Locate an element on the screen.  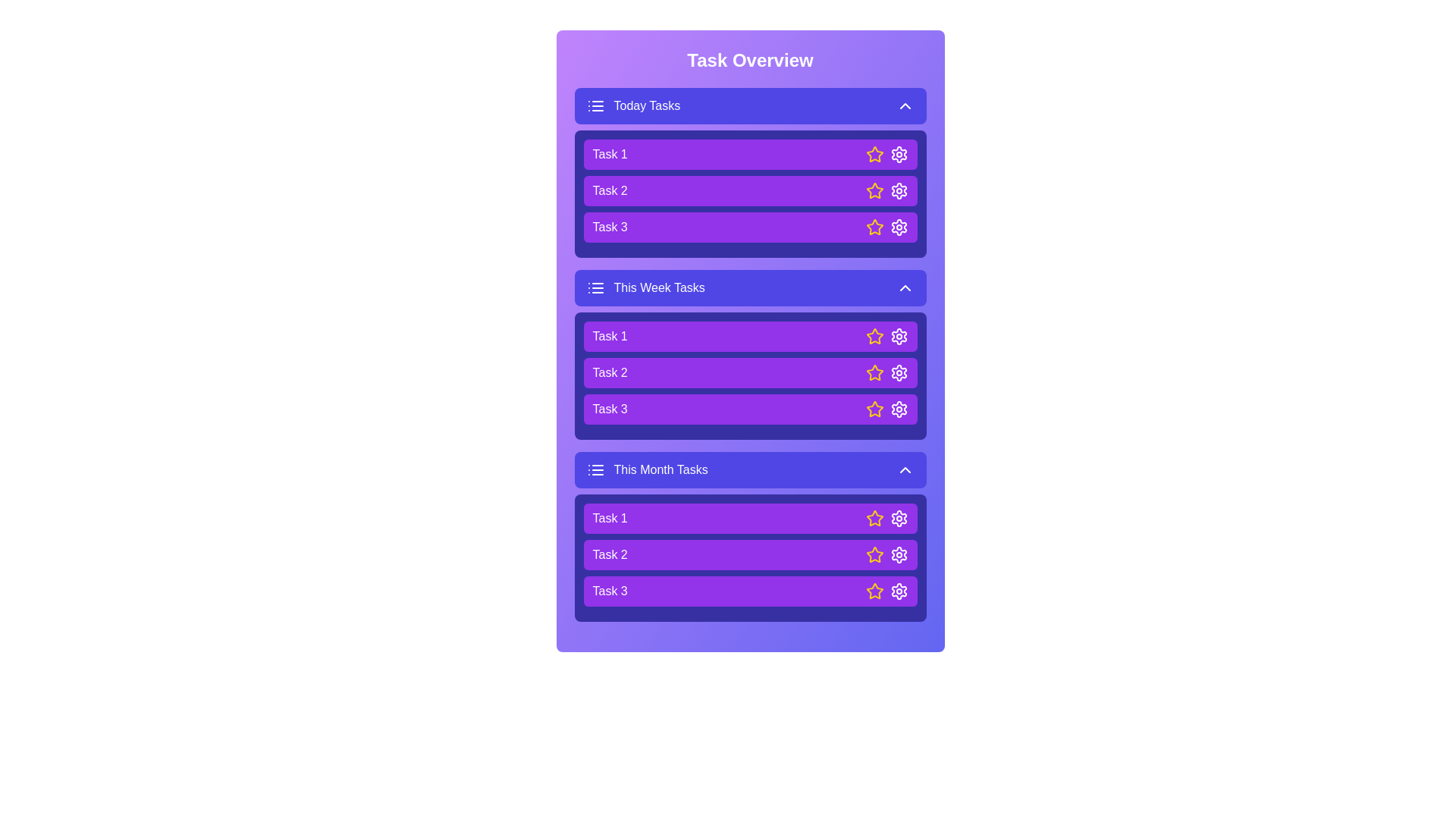
the settings icon of a task to configure it. Specify the task using the parameter Task 2 is located at coordinates (899, 190).